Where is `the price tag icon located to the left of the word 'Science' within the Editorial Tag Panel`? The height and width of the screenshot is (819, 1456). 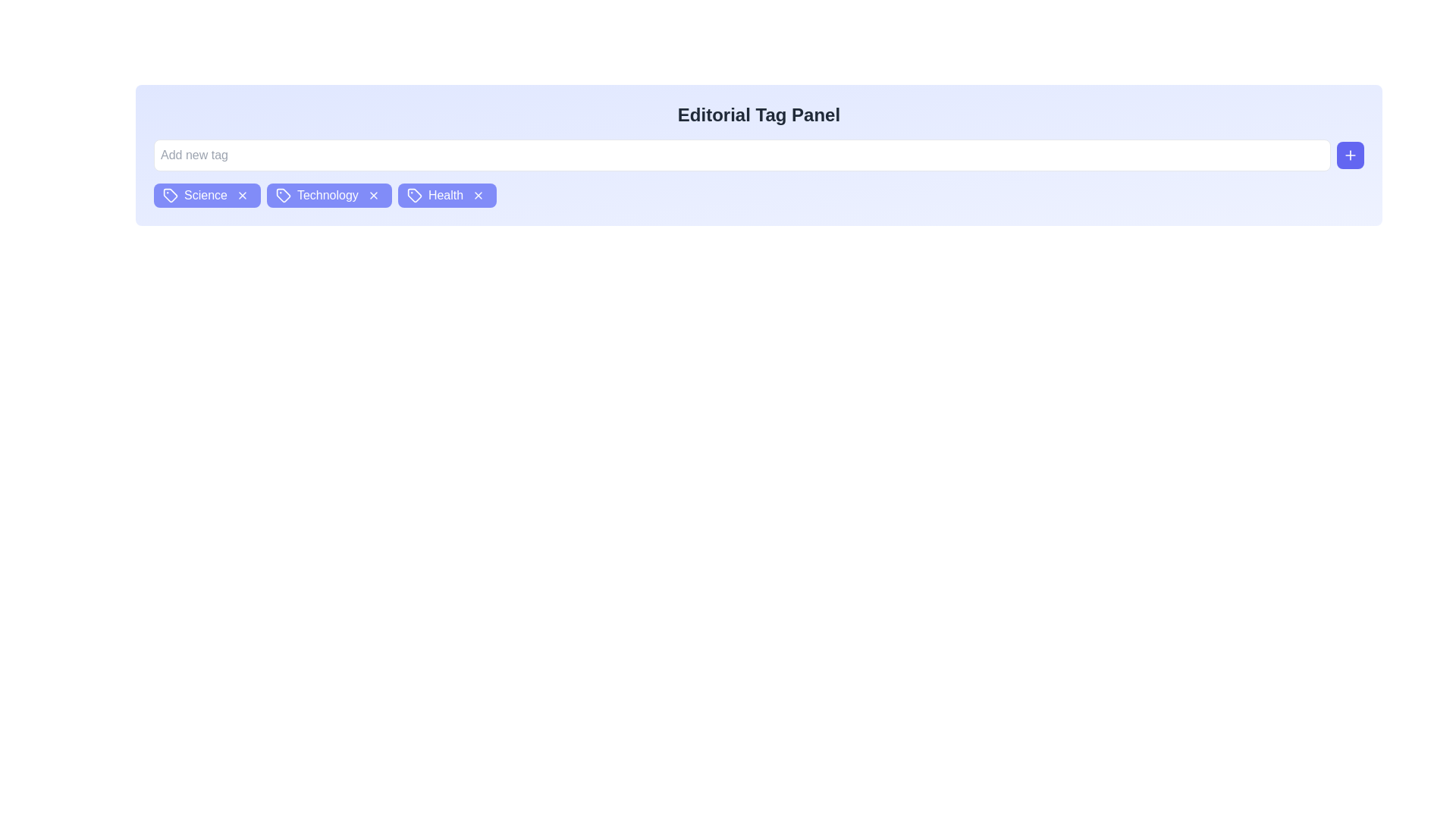
the price tag icon located to the left of the word 'Science' within the Editorial Tag Panel is located at coordinates (171, 195).